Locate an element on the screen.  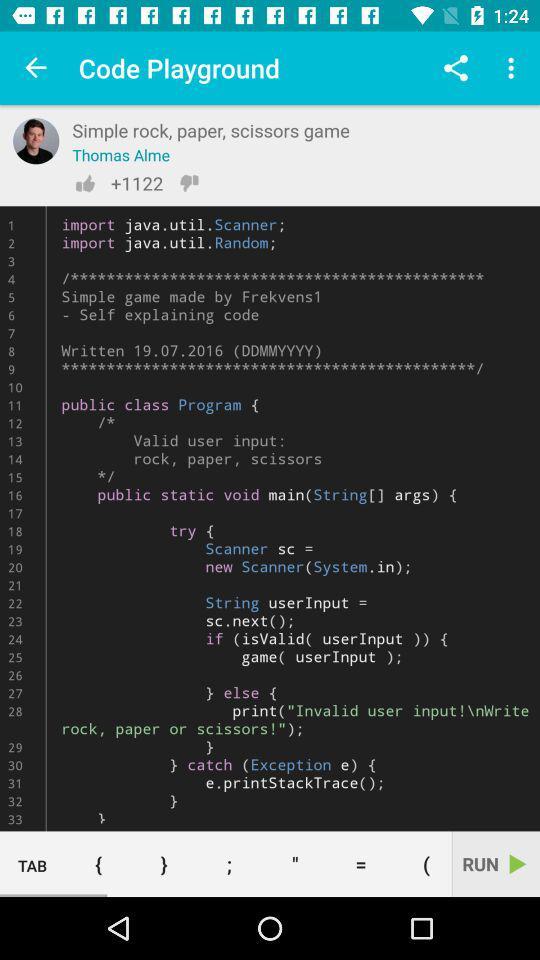
the item above the import java util is located at coordinates (513, 68).